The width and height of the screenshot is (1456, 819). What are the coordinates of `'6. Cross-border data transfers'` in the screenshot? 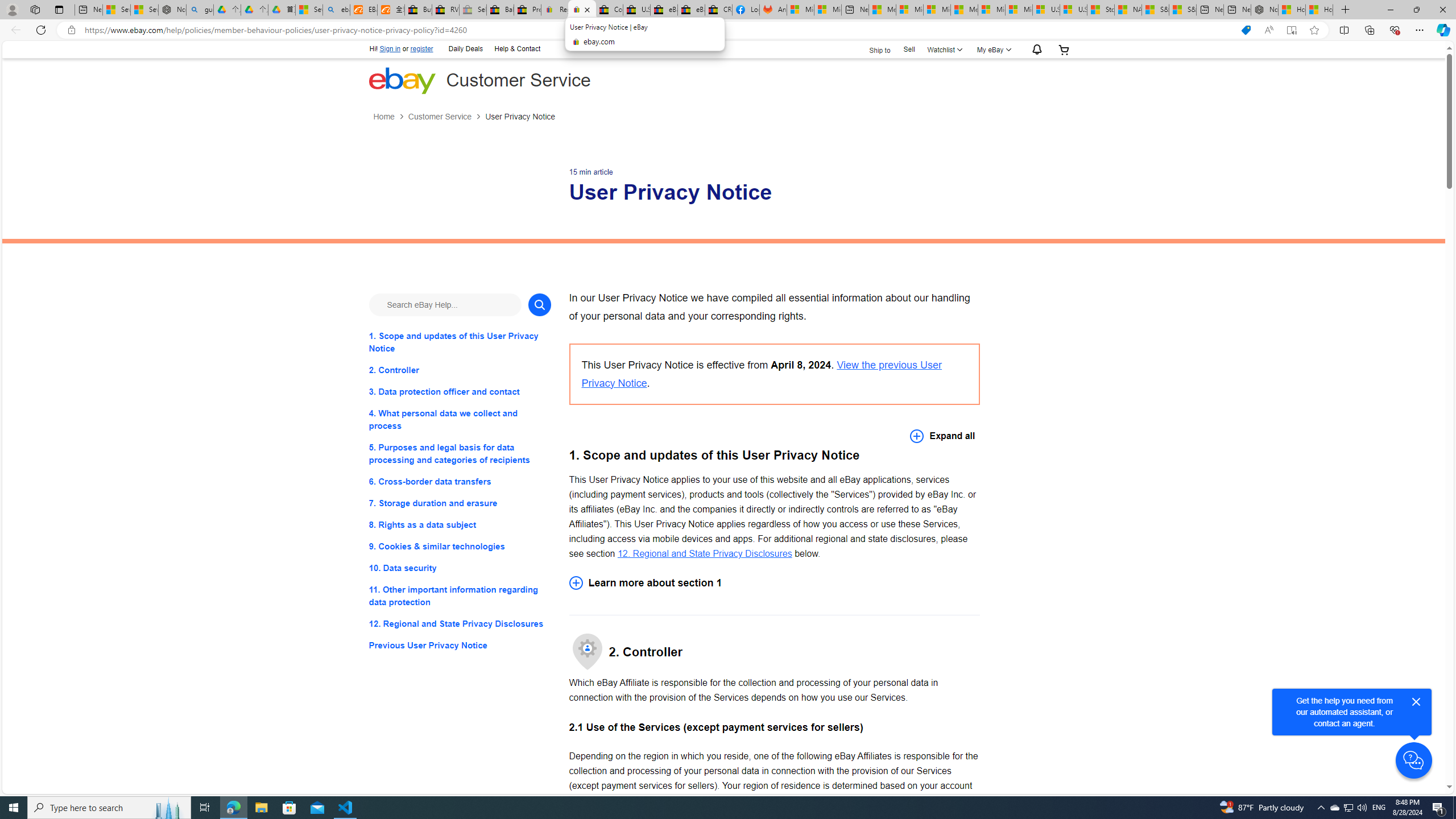 It's located at (459, 481).